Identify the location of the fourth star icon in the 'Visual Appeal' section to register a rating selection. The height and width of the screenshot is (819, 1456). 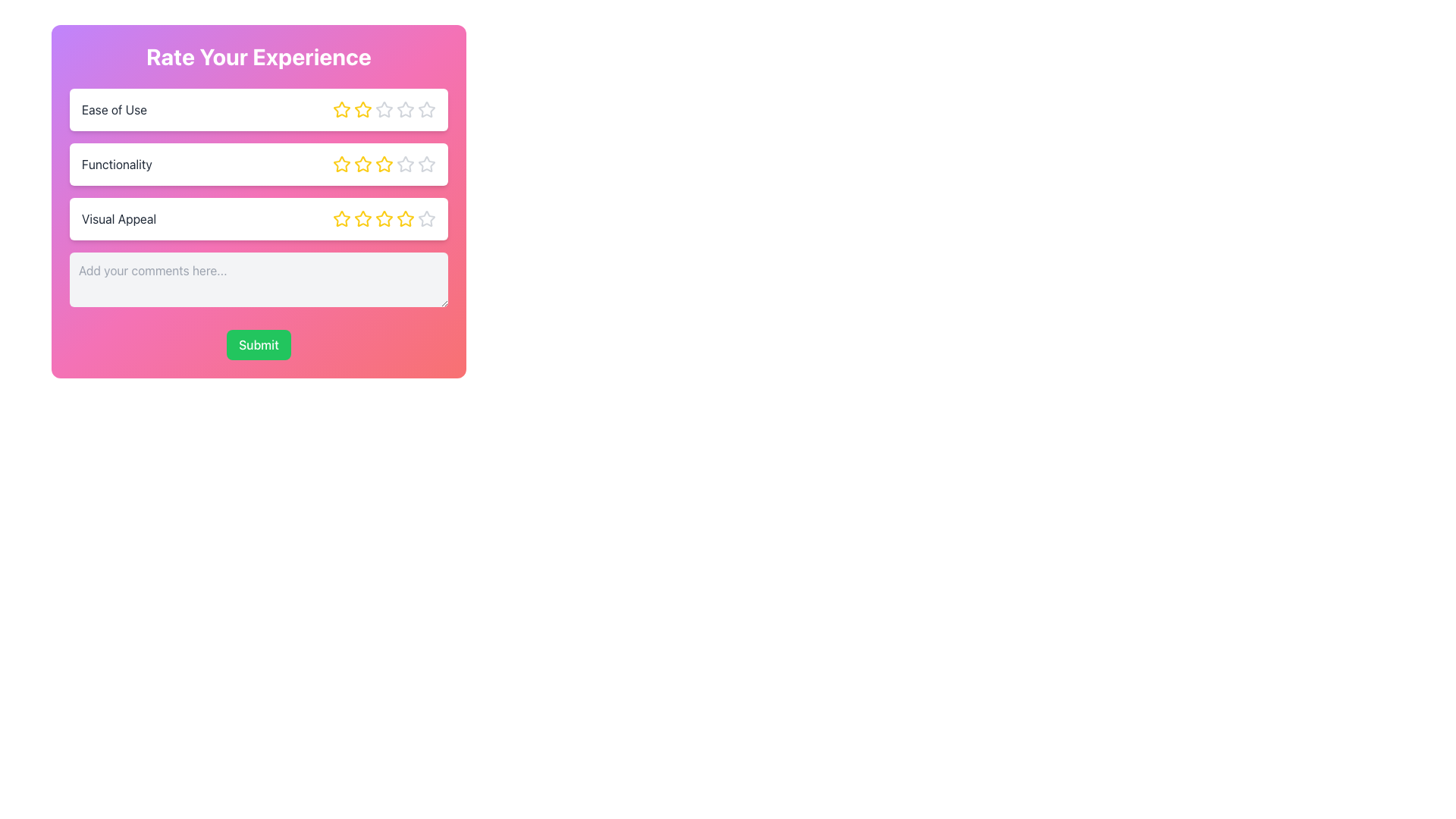
(405, 219).